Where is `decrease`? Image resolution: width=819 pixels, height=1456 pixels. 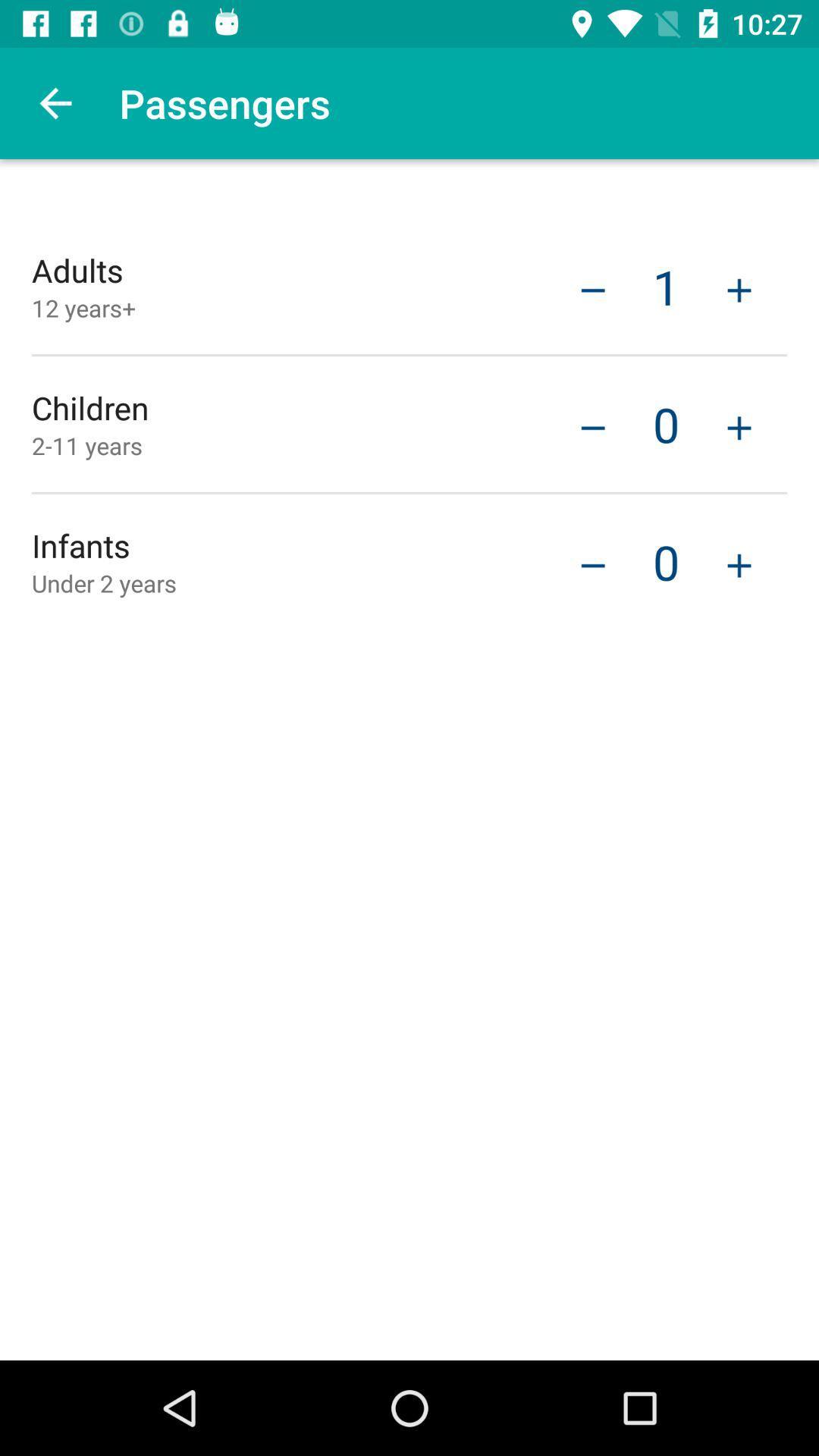
decrease is located at coordinates (592, 288).